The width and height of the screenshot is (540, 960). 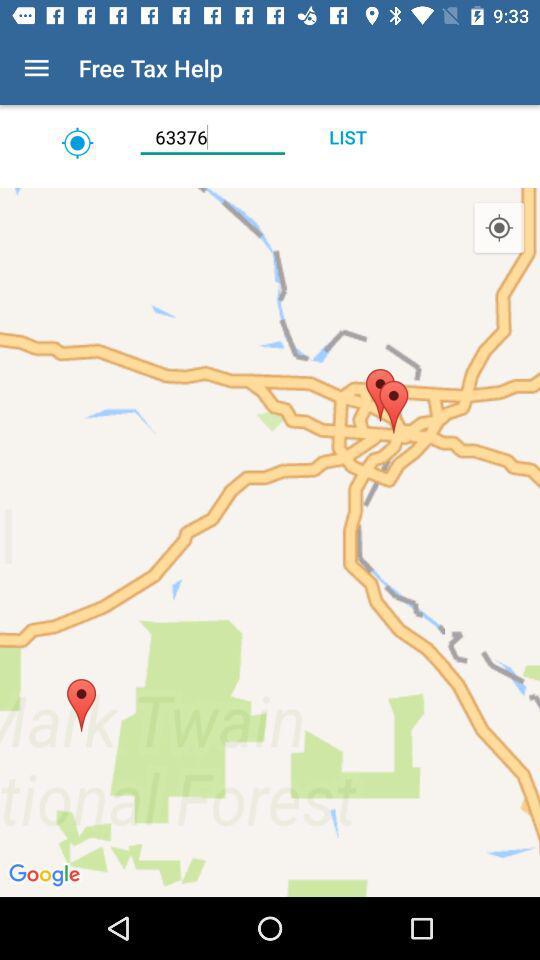 What do you see at coordinates (211, 136) in the screenshot?
I see `item below free tax help` at bounding box center [211, 136].